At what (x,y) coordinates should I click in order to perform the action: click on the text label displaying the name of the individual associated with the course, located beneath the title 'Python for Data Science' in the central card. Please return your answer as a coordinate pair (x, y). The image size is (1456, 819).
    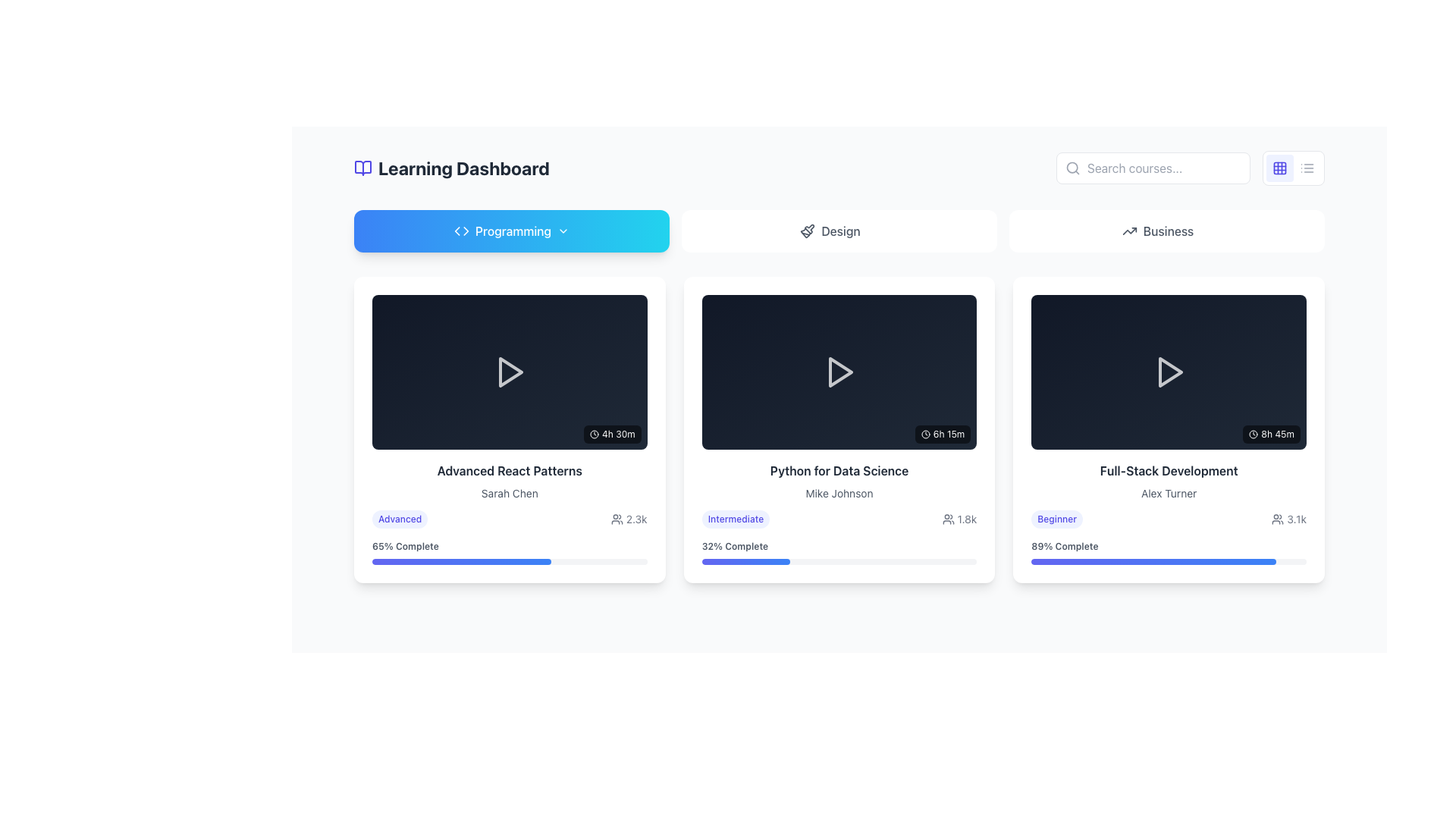
    Looking at the image, I should click on (839, 494).